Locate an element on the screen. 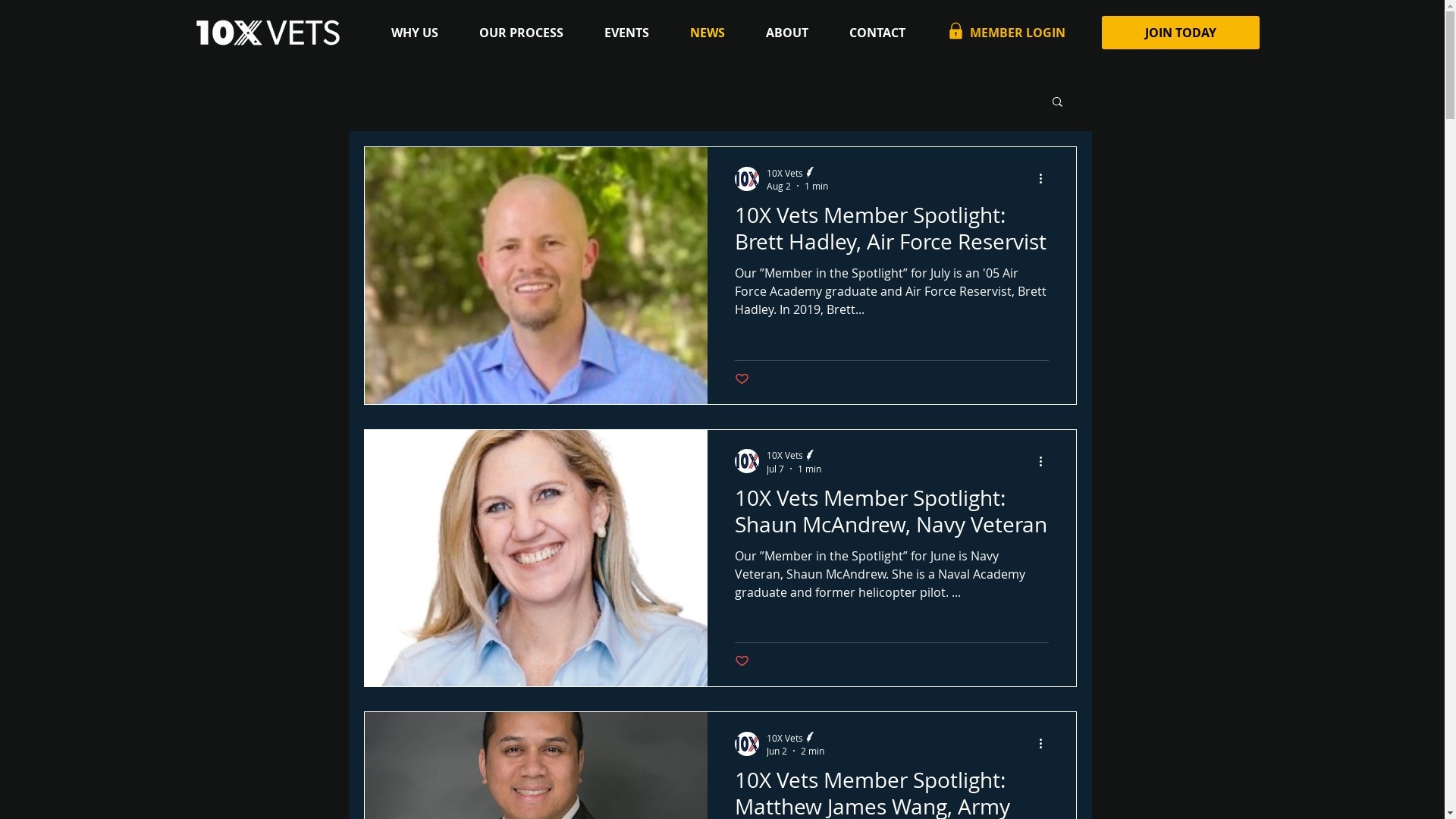 Image resolution: width=1456 pixels, height=819 pixels. 'CONTACT' is located at coordinates (885, 32).